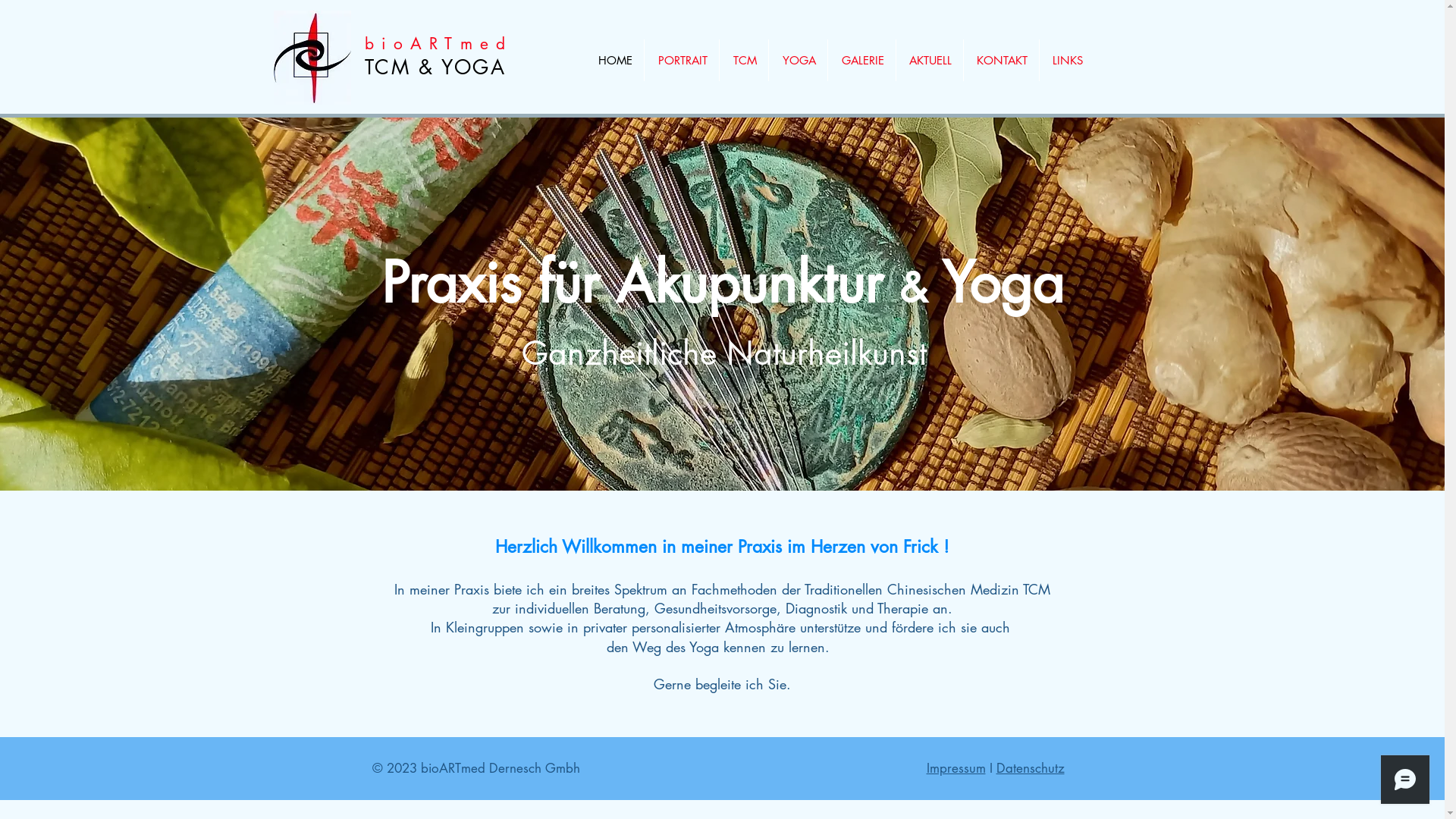 This screenshot has width=1456, height=819. What do you see at coordinates (1000, 59) in the screenshot?
I see `'KONTAKT'` at bounding box center [1000, 59].